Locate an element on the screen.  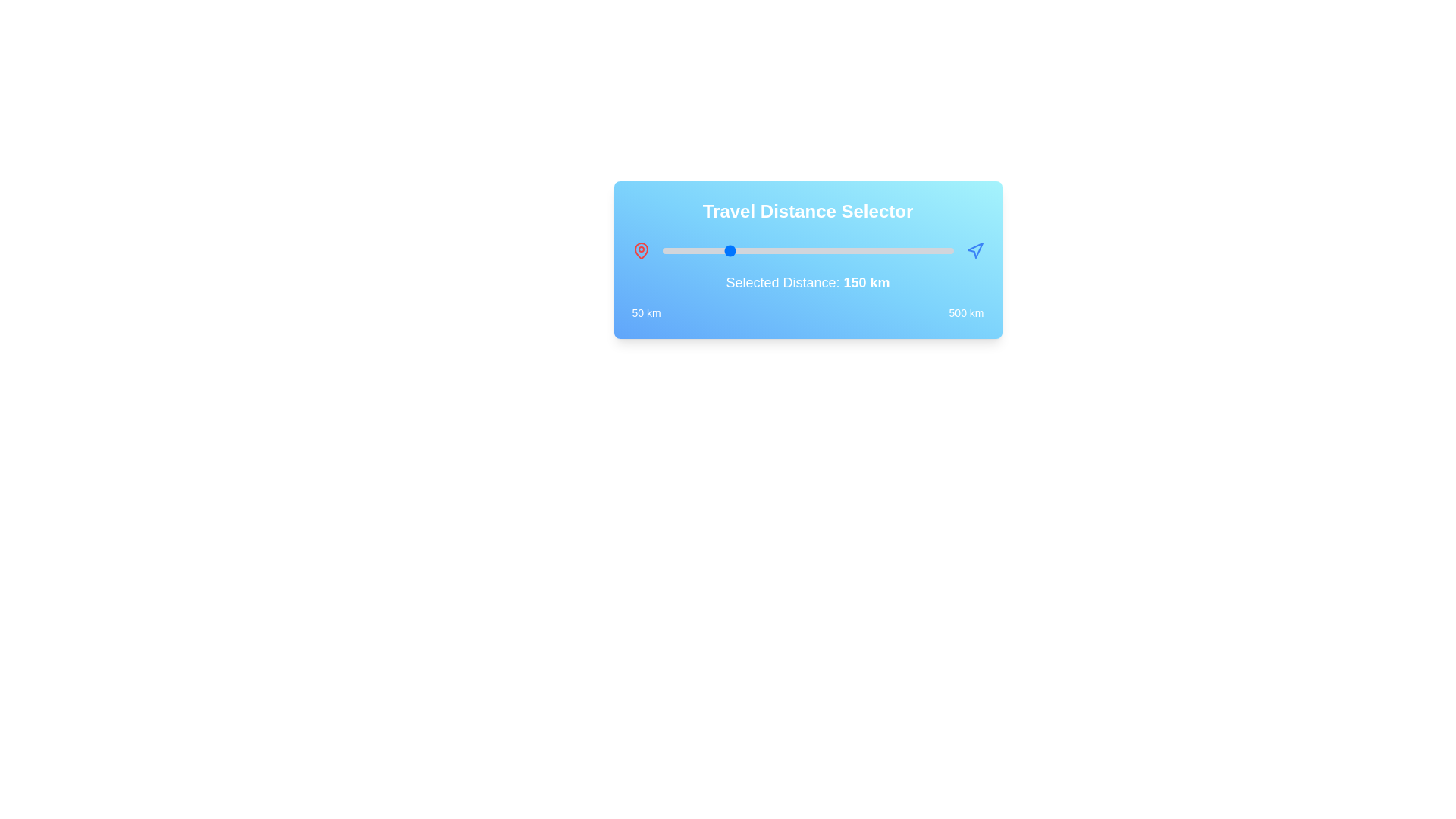
the travel distance to 461 km by interacting with the slider is located at coordinates (927, 250).